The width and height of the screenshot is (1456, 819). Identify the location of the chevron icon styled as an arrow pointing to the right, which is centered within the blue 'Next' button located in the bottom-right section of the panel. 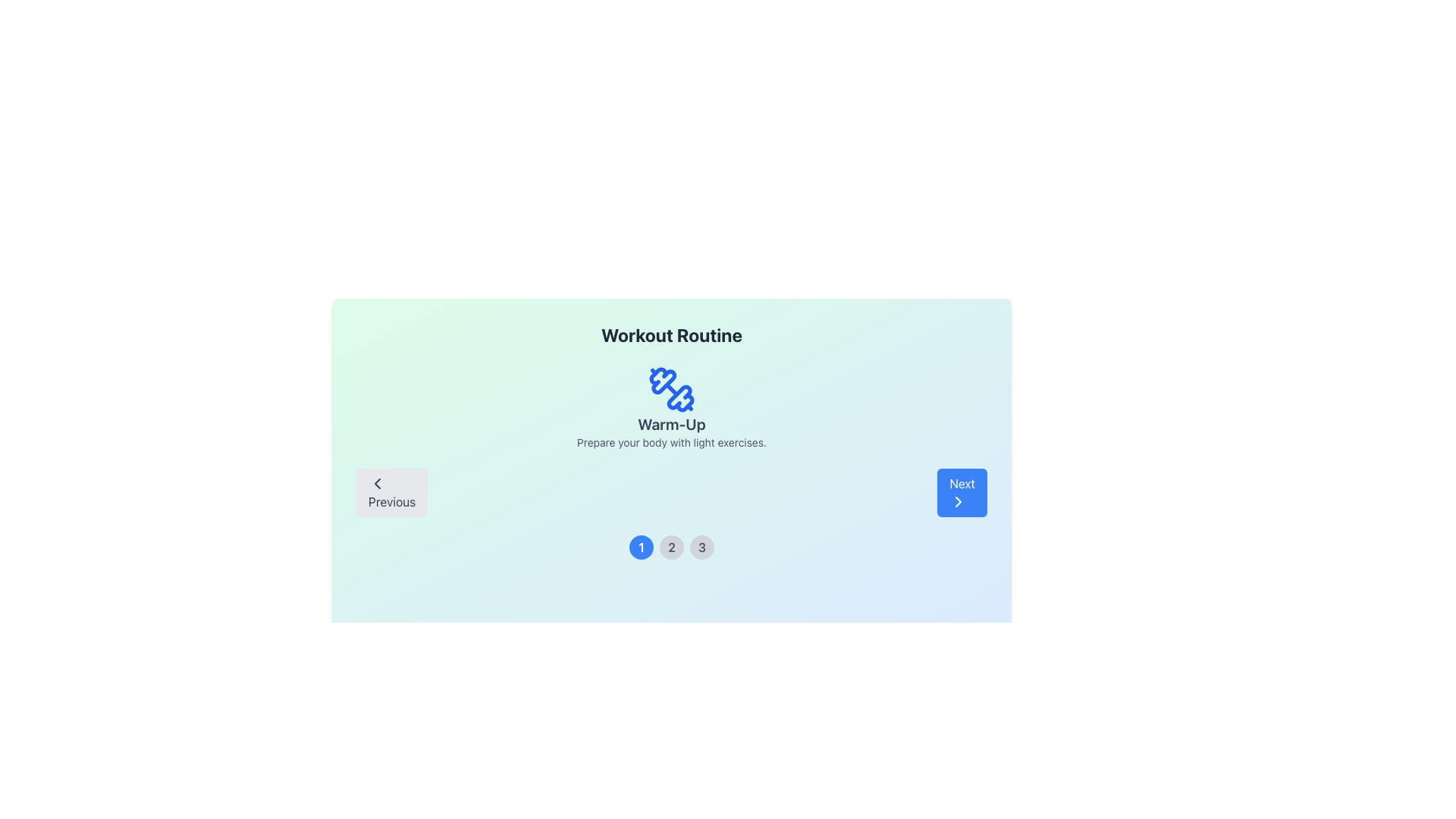
(958, 502).